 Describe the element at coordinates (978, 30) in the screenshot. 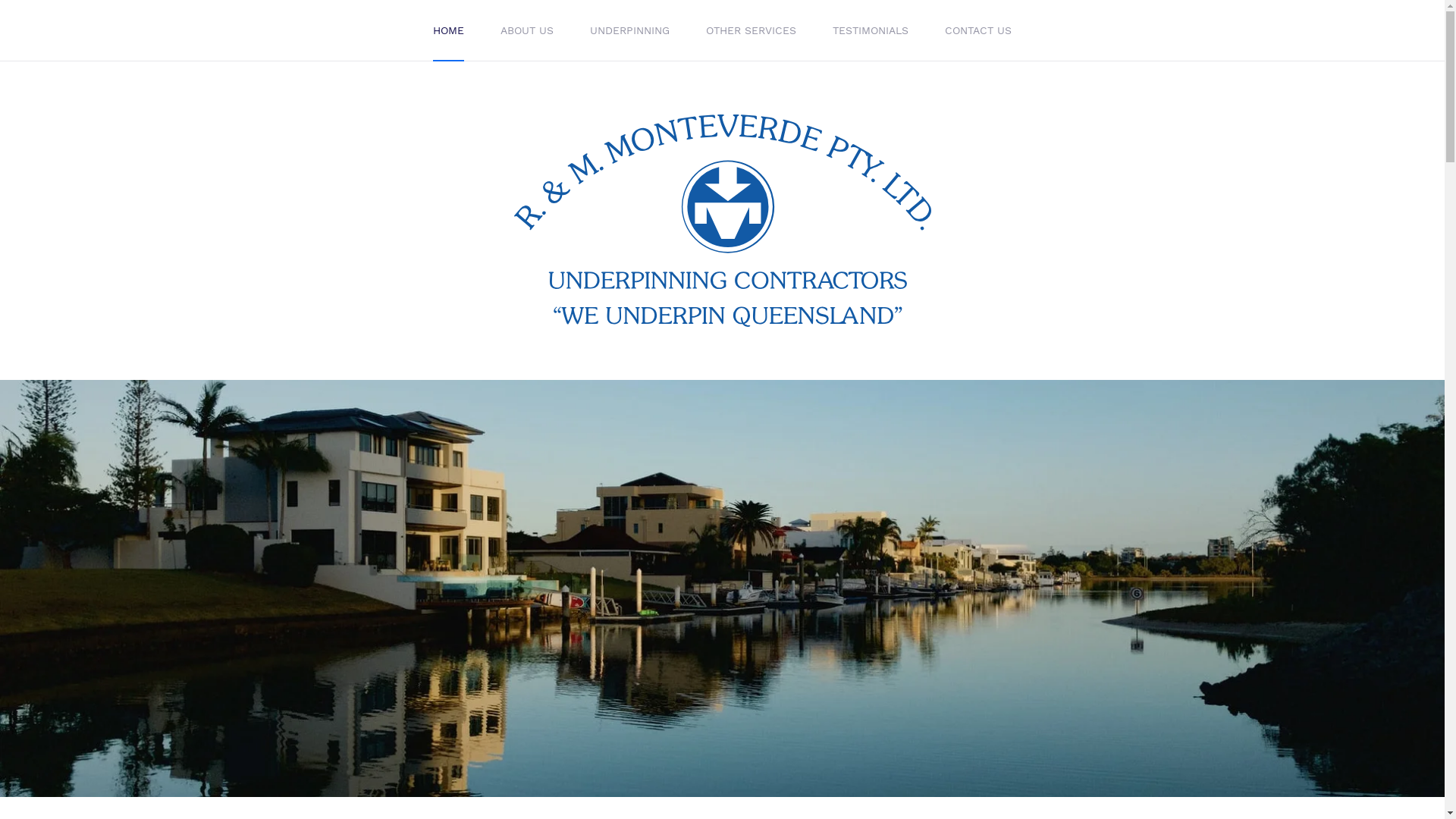

I see `'CONTACT US'` at that location.